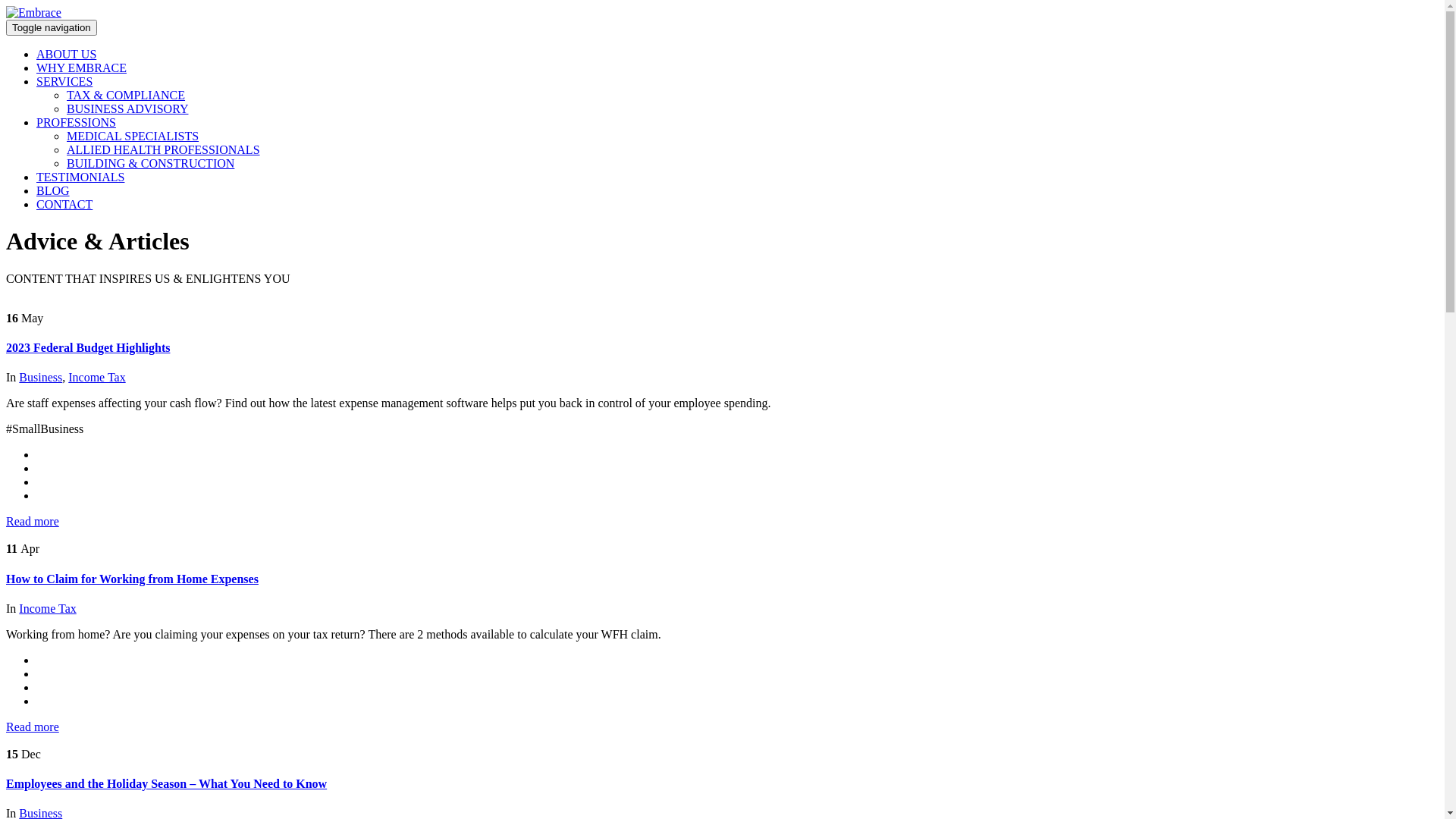 This screenshot has height=819, width=1456. What do you see at coordinates (86, 347) in the screenshot?
I see `'2023 Federal Budget Highlights'` at bounding box center [86, 347].